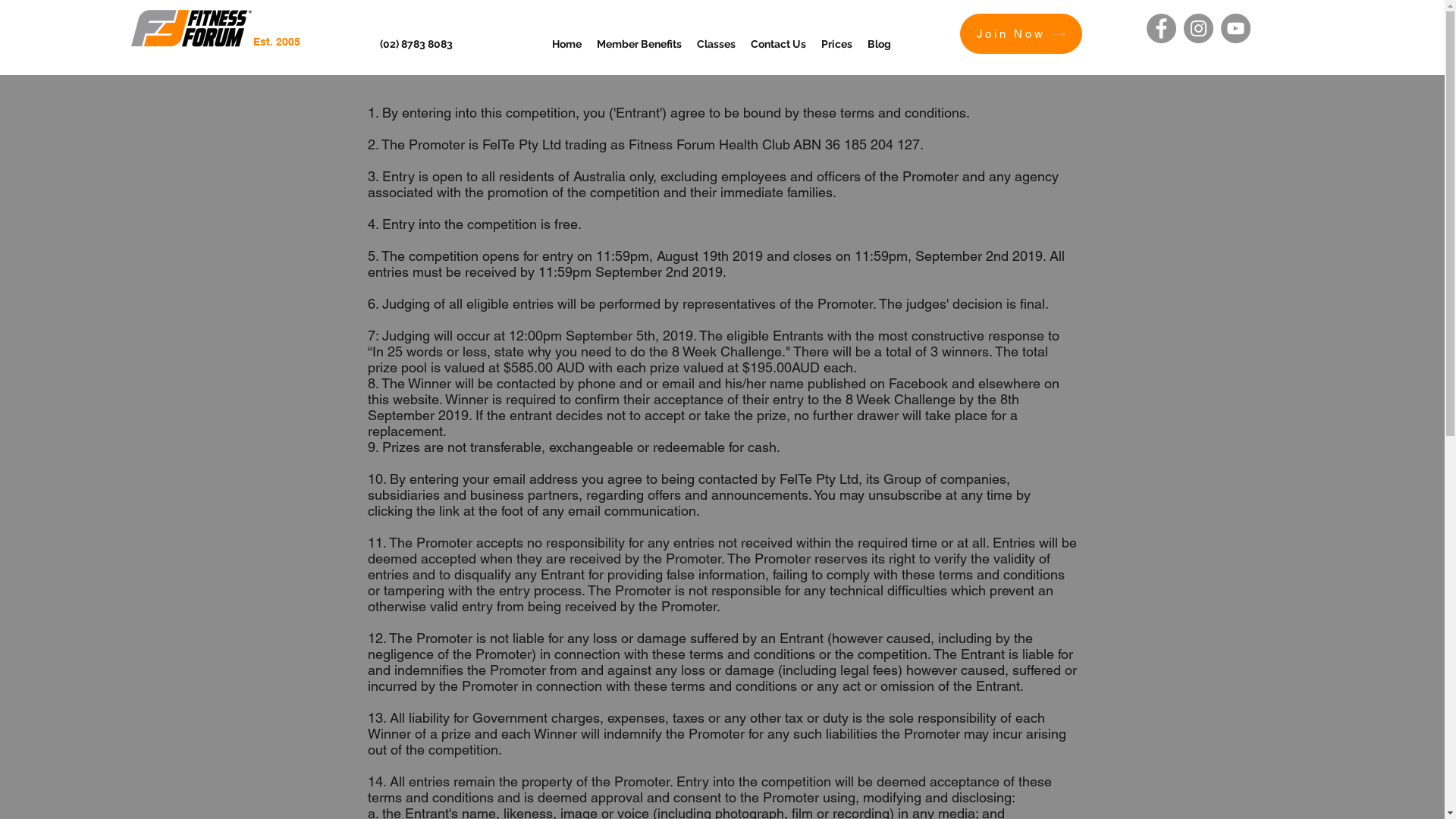  Describe the element at coordinates (566, 42) in the screenshot. I see `'Home'` at that location.